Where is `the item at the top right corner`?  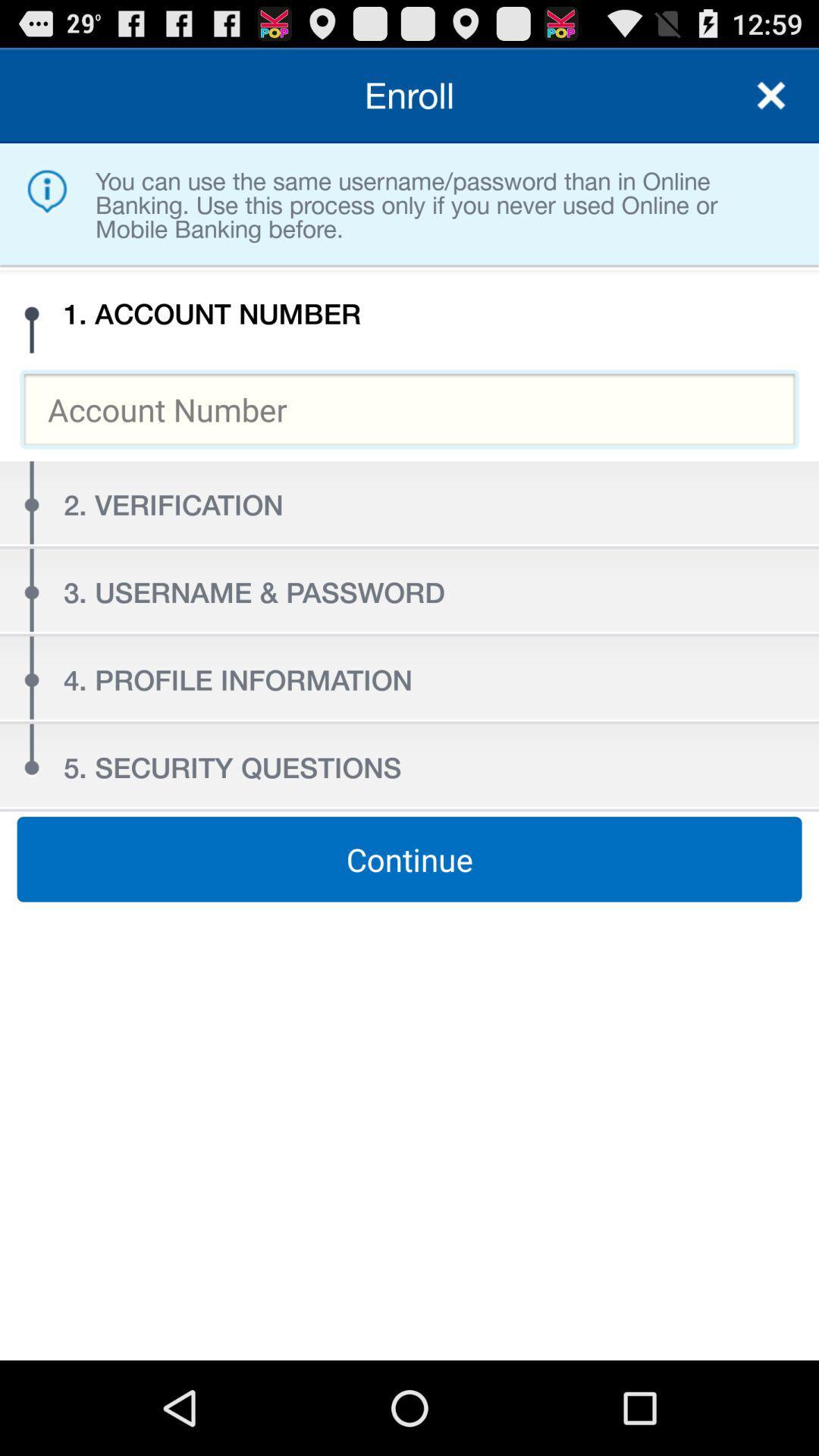
the item at the top right corner is located at coordinates (771, 94).